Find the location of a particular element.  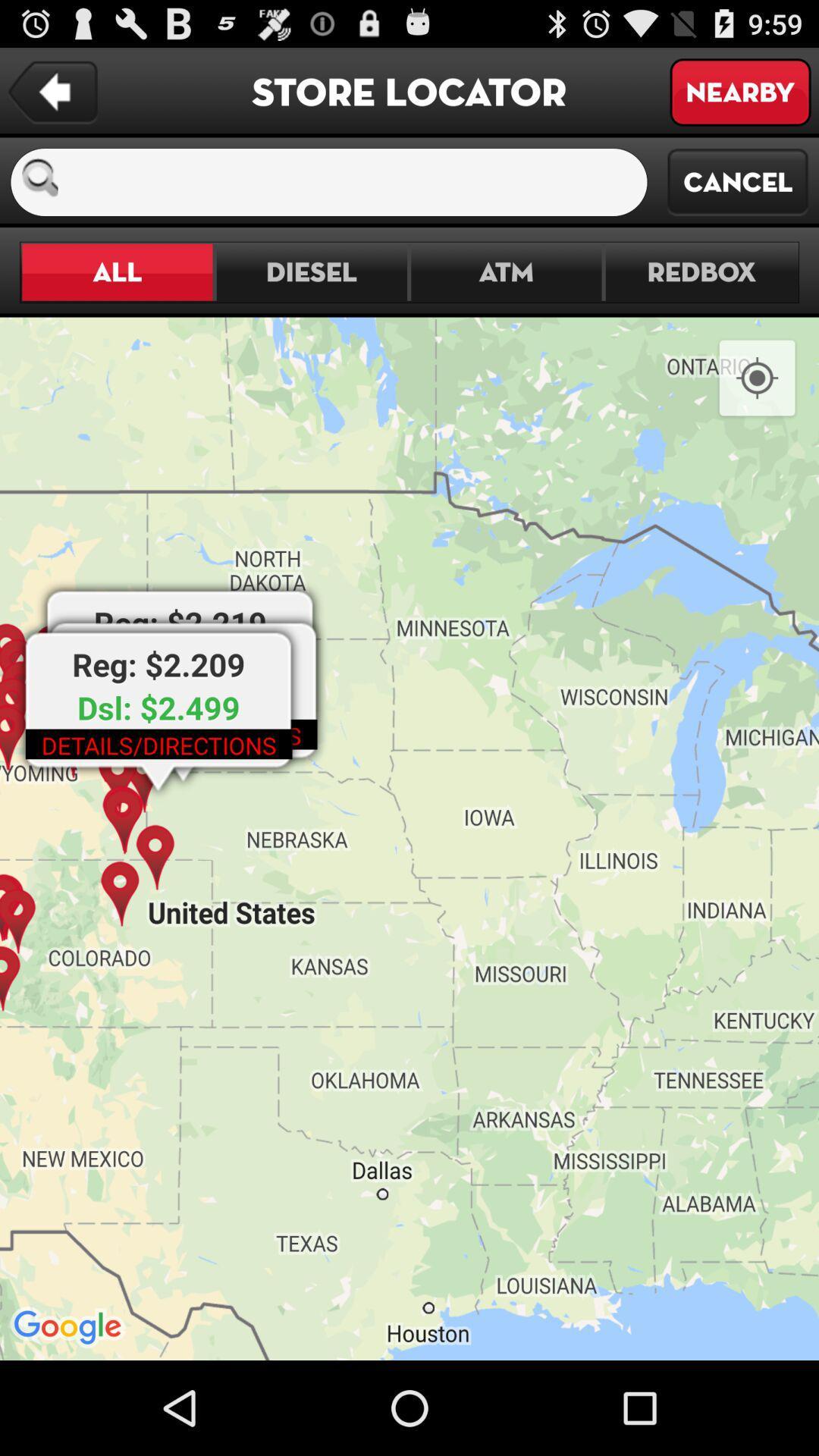

the cancel item is located at coordinates (737, 182).